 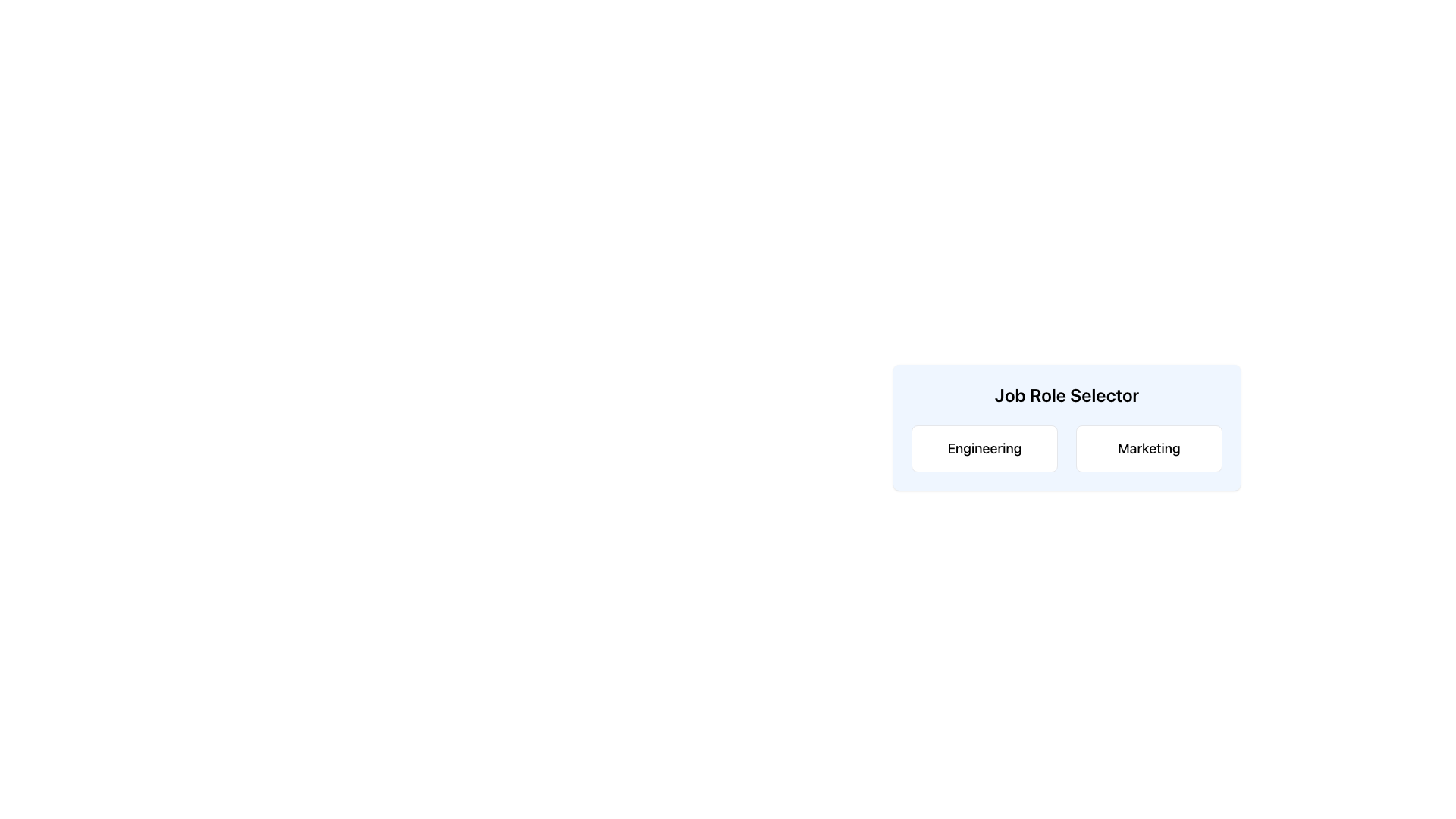 I want to click on the 'Engineering' button, which is a rectangular button with a white background and rounded corners, to trigger its hover state, so click(x=984, y=447).